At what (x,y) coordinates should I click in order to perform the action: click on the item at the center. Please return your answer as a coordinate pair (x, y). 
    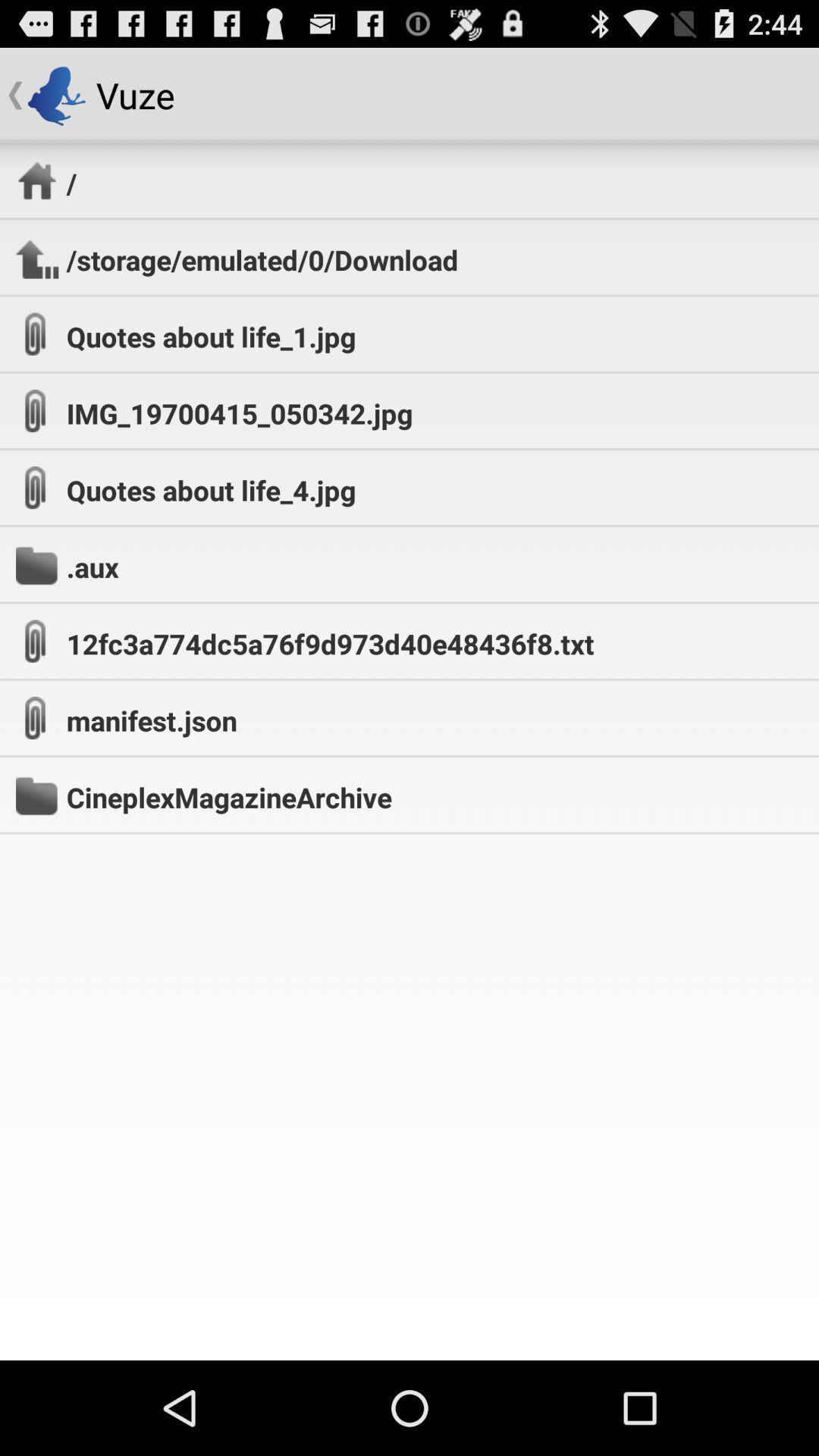
    Looking at the image, I should click on (329, 644).